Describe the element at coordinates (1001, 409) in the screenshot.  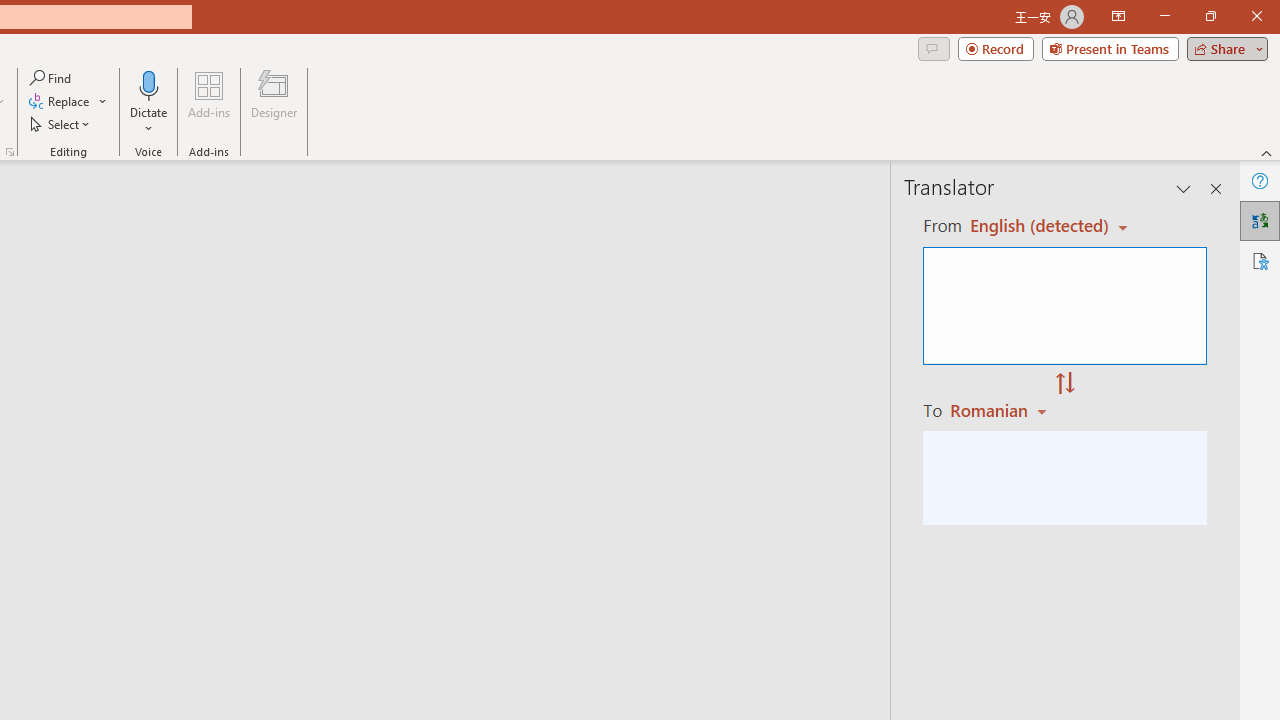
I see `'Romanian'` at that location.